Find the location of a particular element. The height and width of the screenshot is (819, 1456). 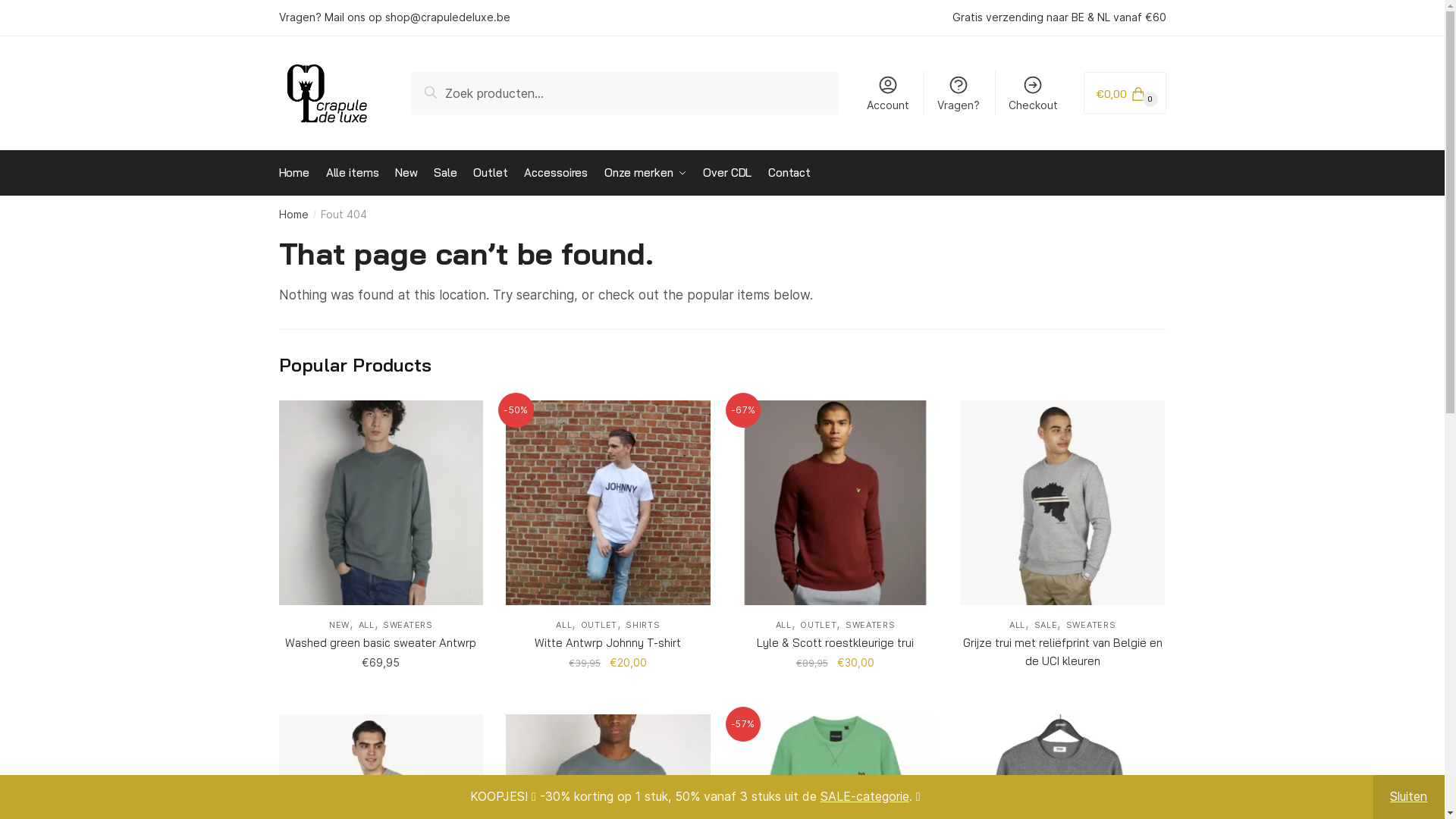

'Contact' is located at coordinates (789, 171).